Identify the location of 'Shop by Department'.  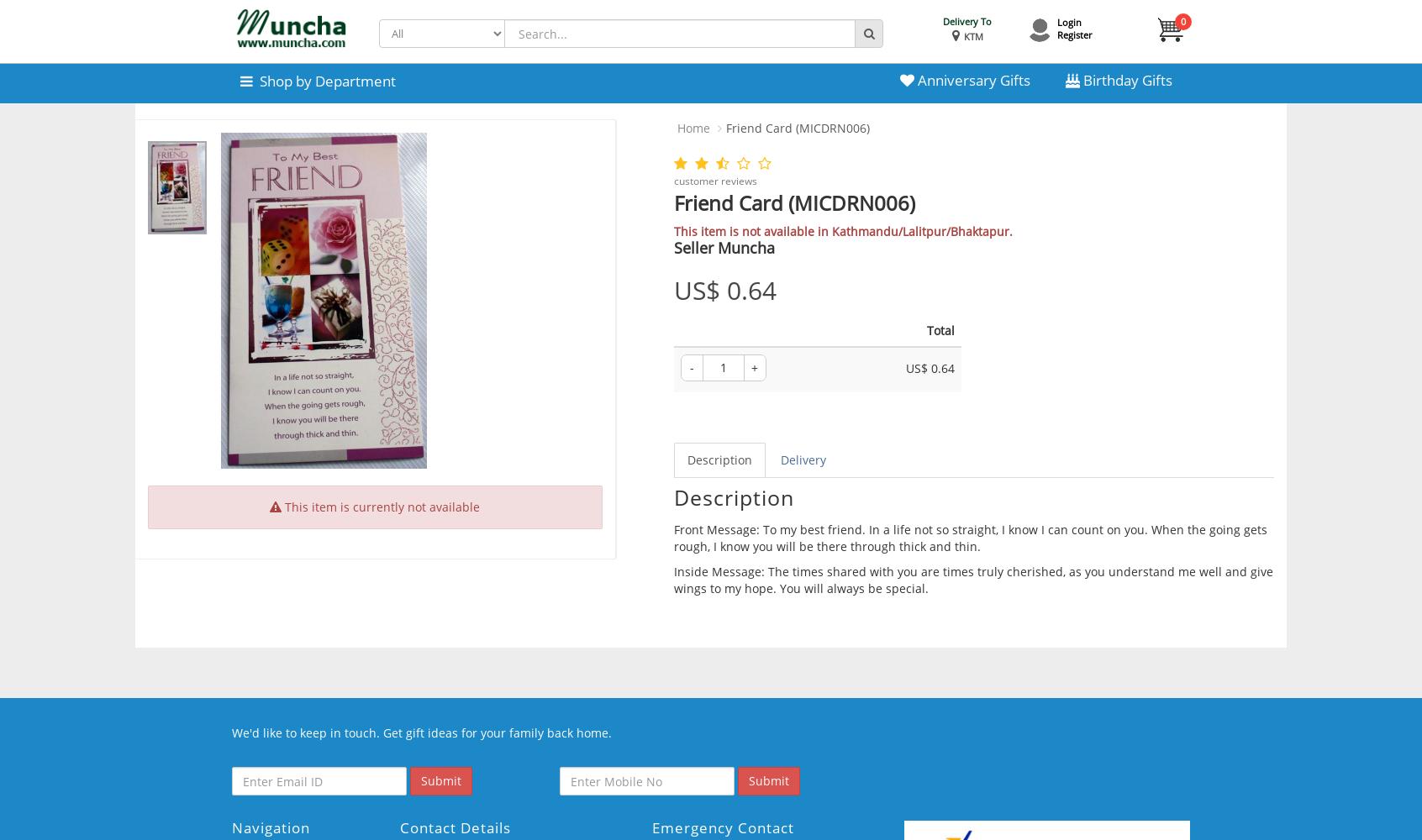
(324, 80).